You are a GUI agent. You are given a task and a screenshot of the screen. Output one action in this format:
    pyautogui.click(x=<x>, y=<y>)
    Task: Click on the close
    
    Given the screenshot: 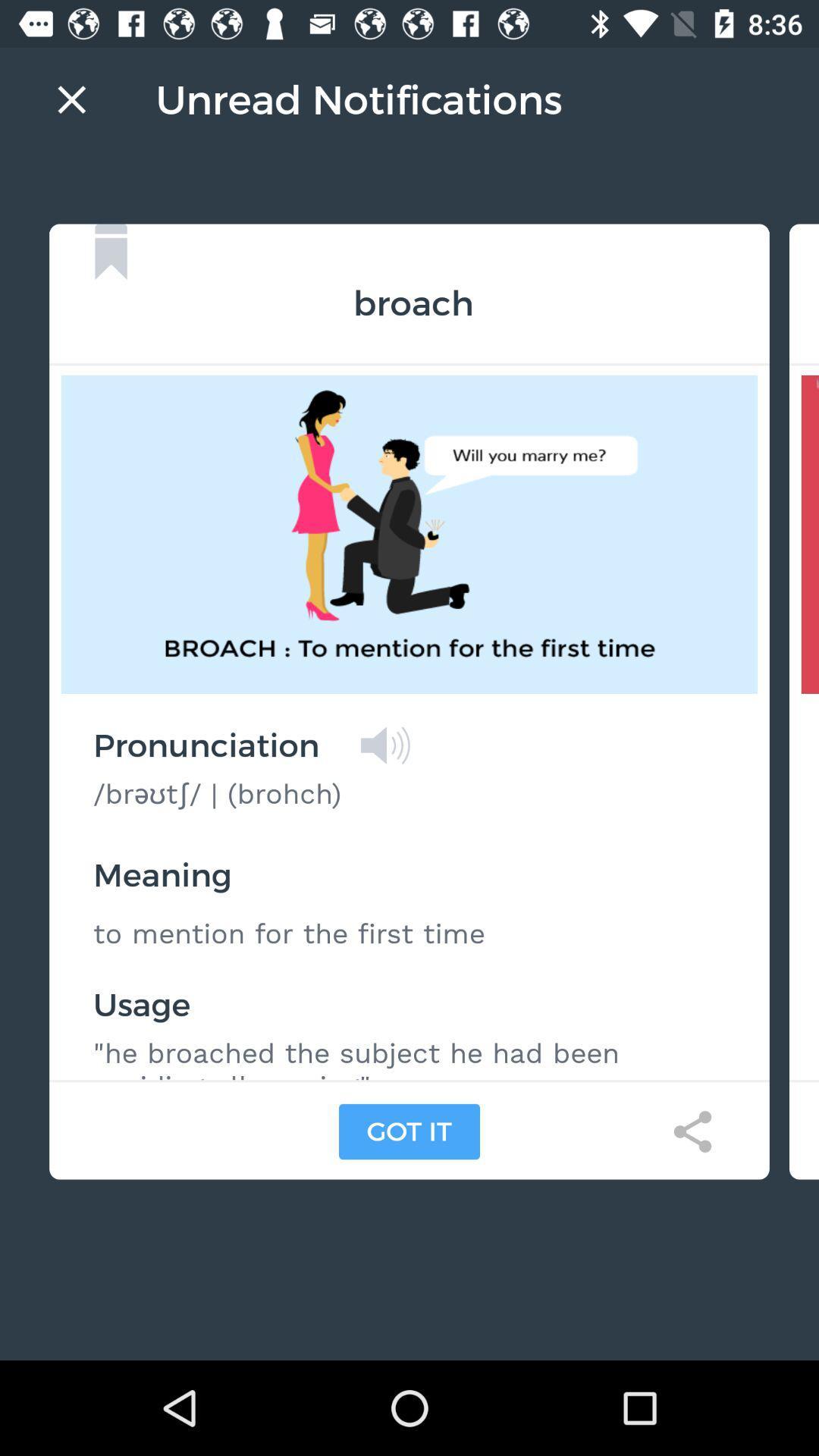 What is the action you would take?
    pyautogui.click(x=71, y=99)
    